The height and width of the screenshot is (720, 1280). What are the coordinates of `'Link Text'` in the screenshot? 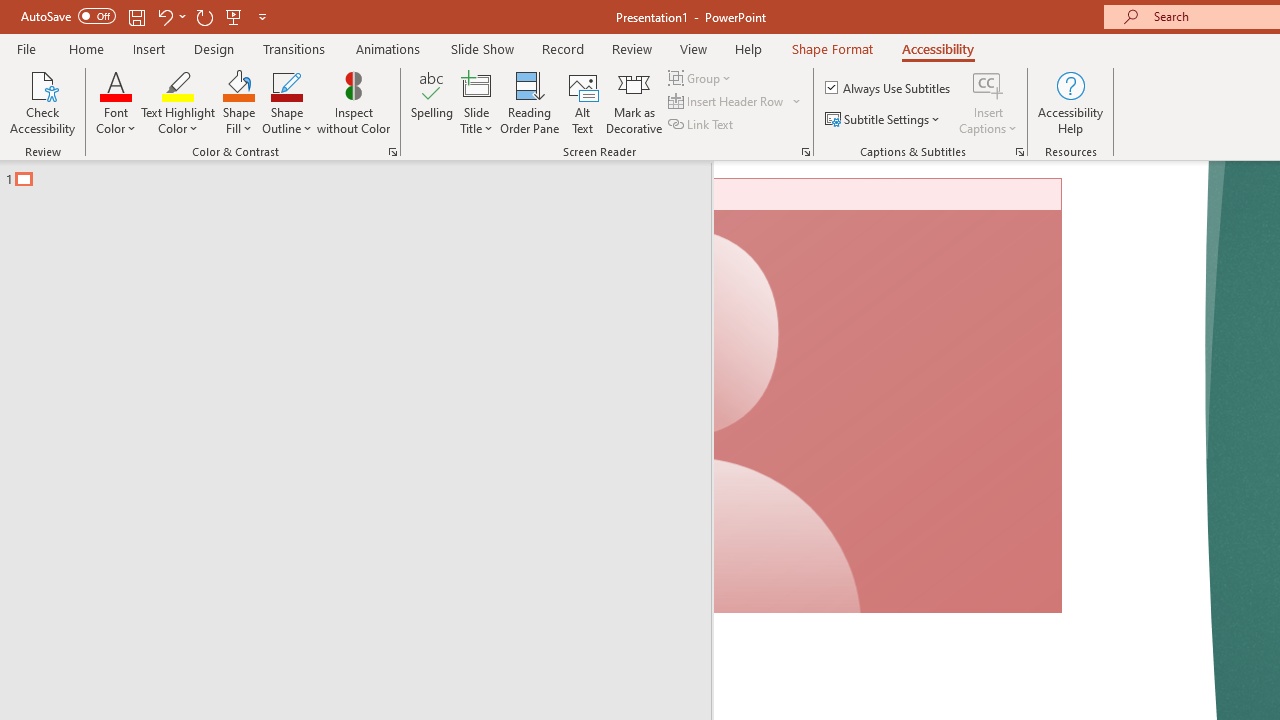 It's located at (702, 124).